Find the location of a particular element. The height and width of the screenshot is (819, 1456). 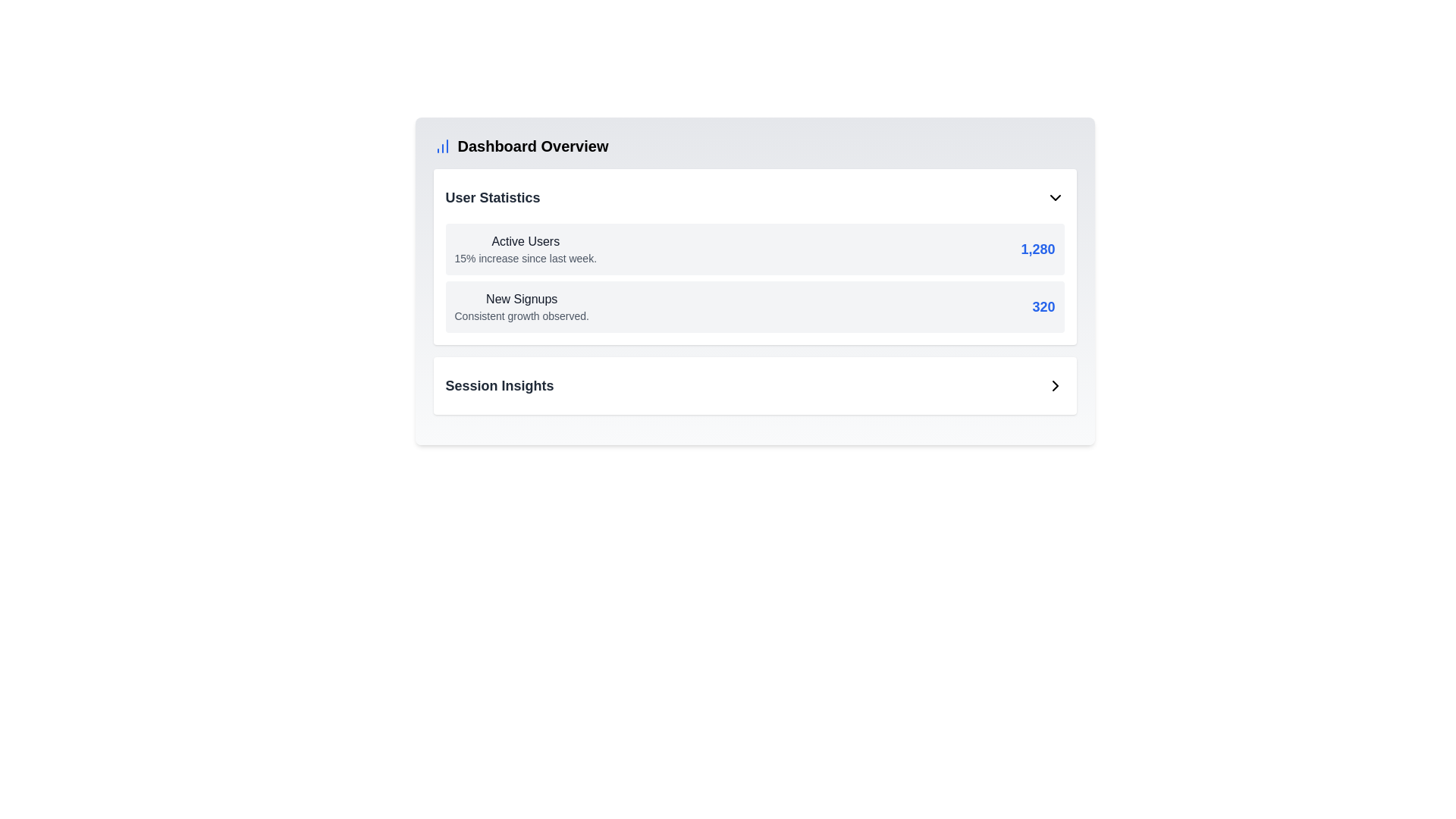

the Chevron icon located on the far right of the row containing the 'Session Insights' label is located at coordinates (1054, 385).